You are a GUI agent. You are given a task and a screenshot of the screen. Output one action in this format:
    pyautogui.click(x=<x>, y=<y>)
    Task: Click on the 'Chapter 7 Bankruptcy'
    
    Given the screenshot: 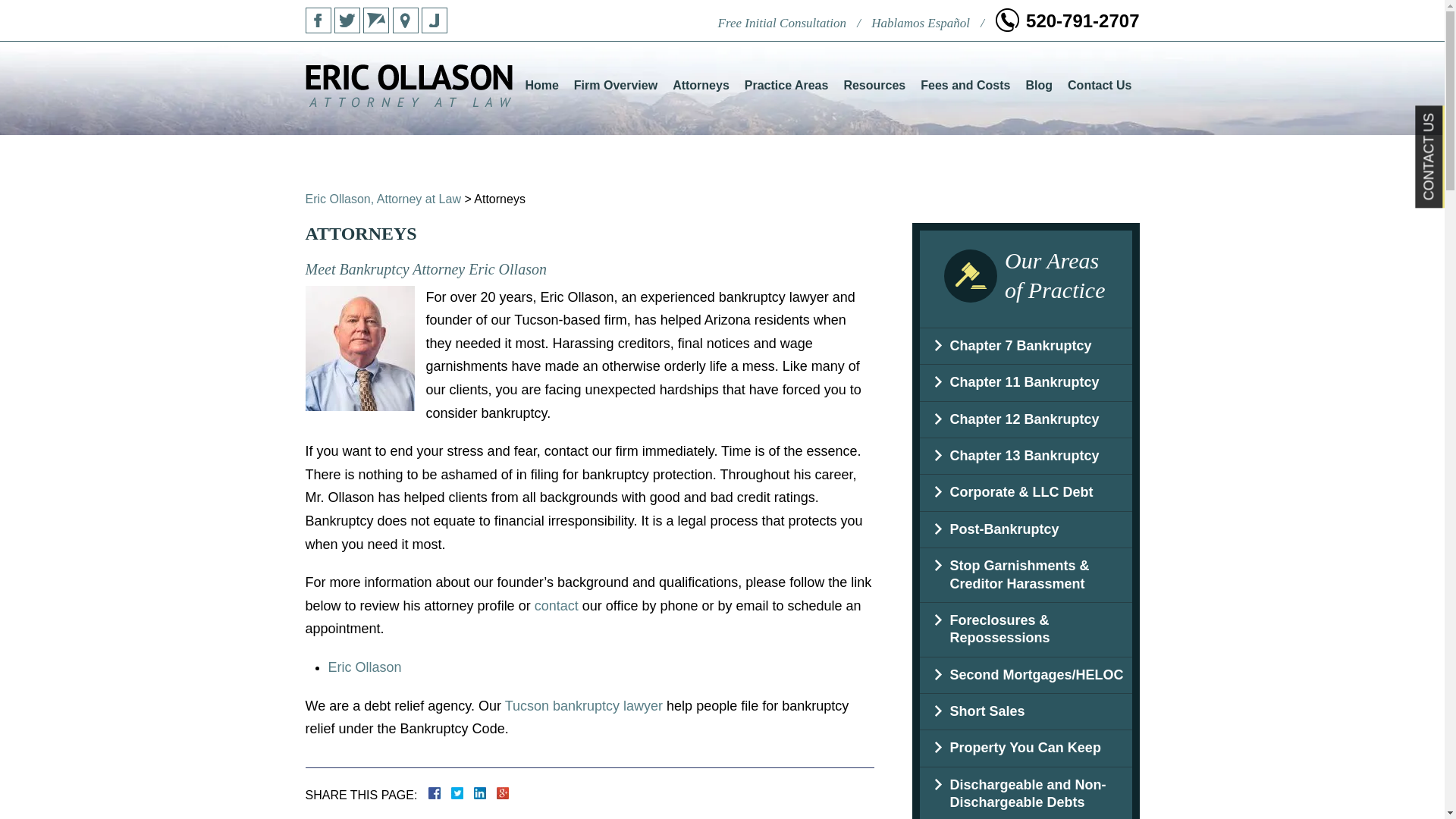 What is the action you would take?
    pyautogui.click(x=1025, y=346)
    